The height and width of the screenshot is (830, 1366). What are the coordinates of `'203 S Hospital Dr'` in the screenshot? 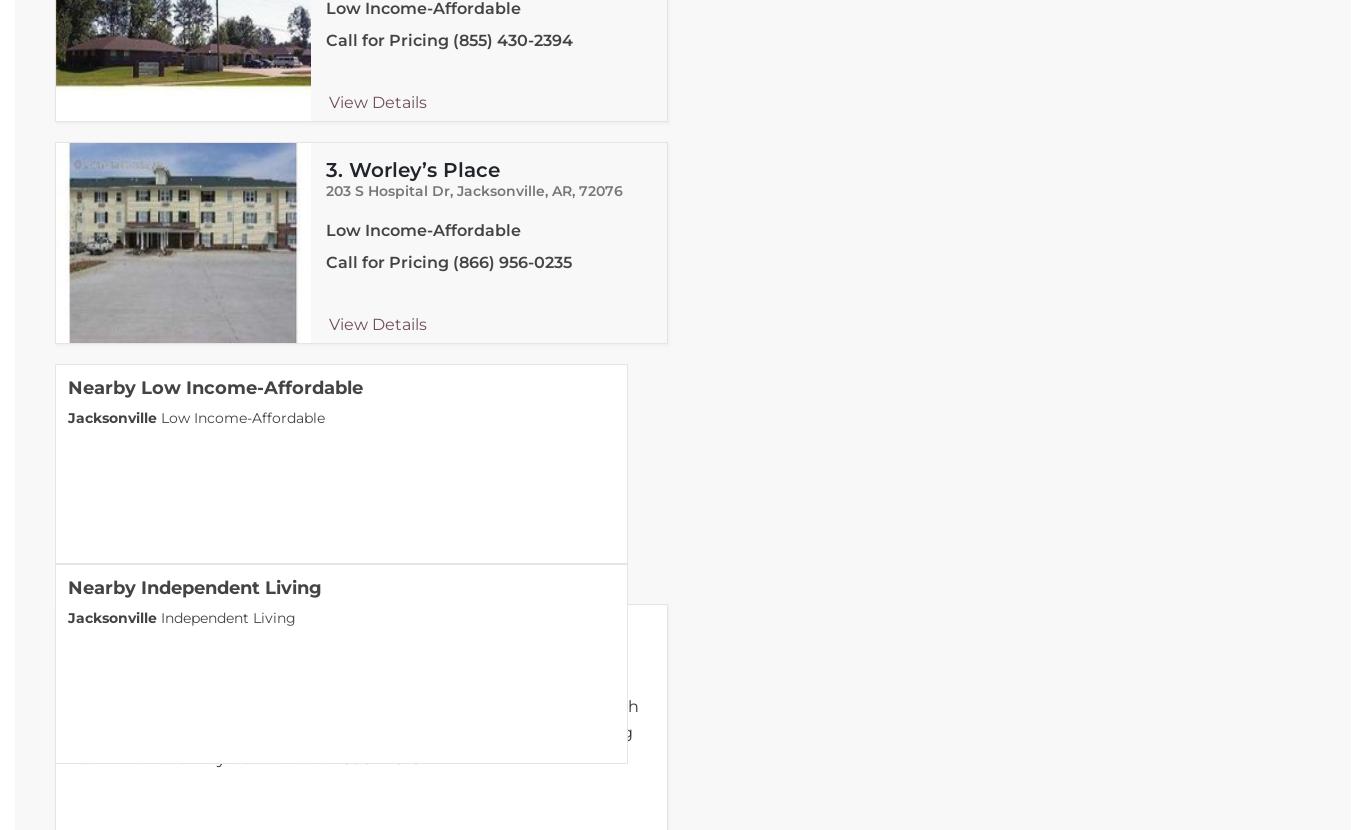 It's located at (385, 190).